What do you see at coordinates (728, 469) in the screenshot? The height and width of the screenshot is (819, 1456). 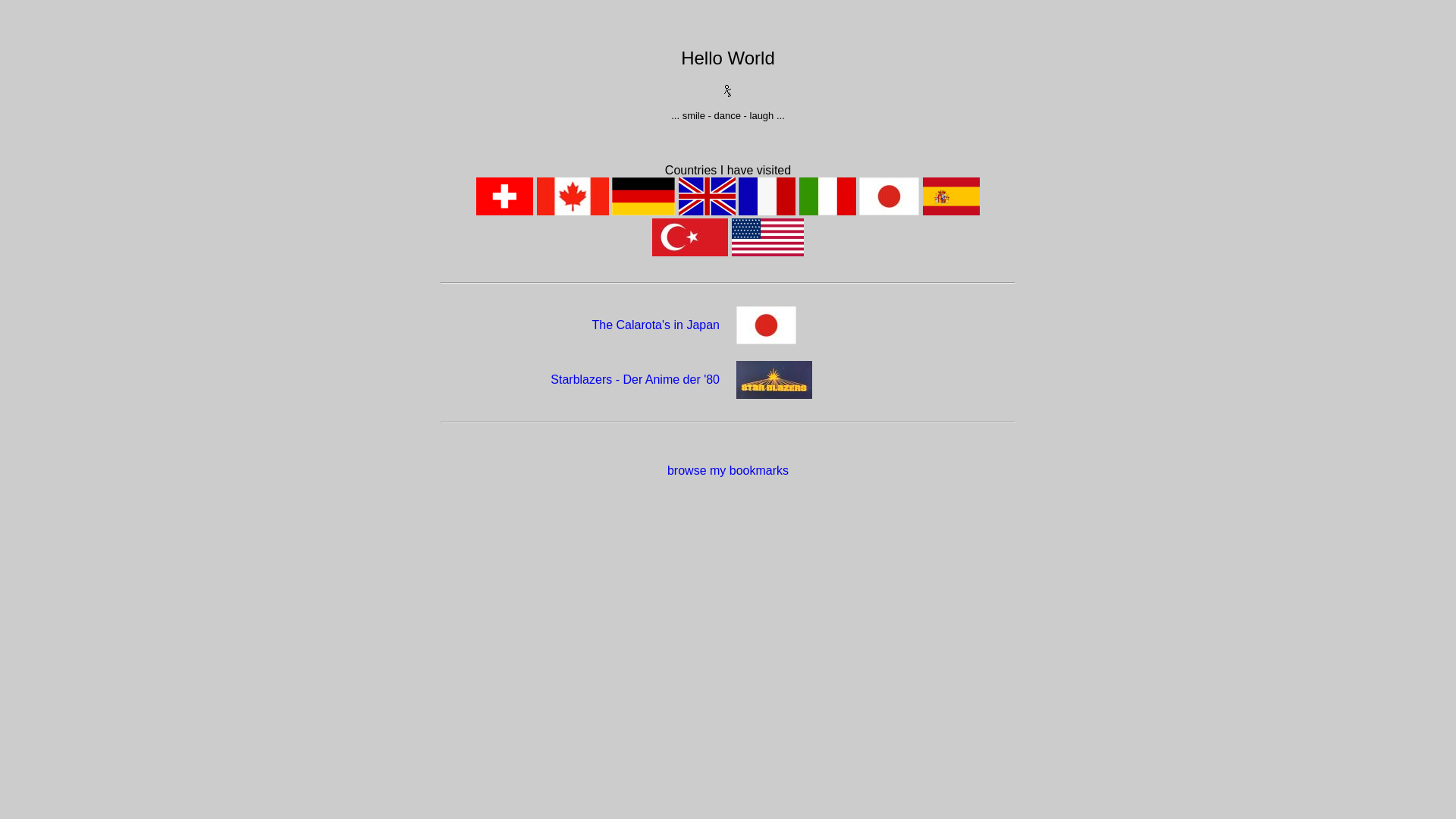 I see `'browse my bookmarks'` at bounding box center [728, 469].